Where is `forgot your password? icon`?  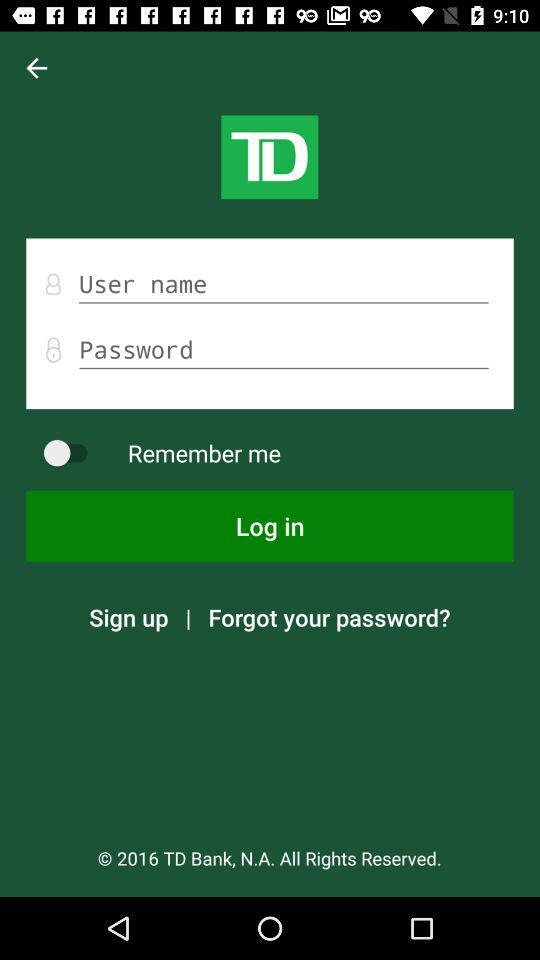
forgot your password? icon is located at coordinates (329, 616).